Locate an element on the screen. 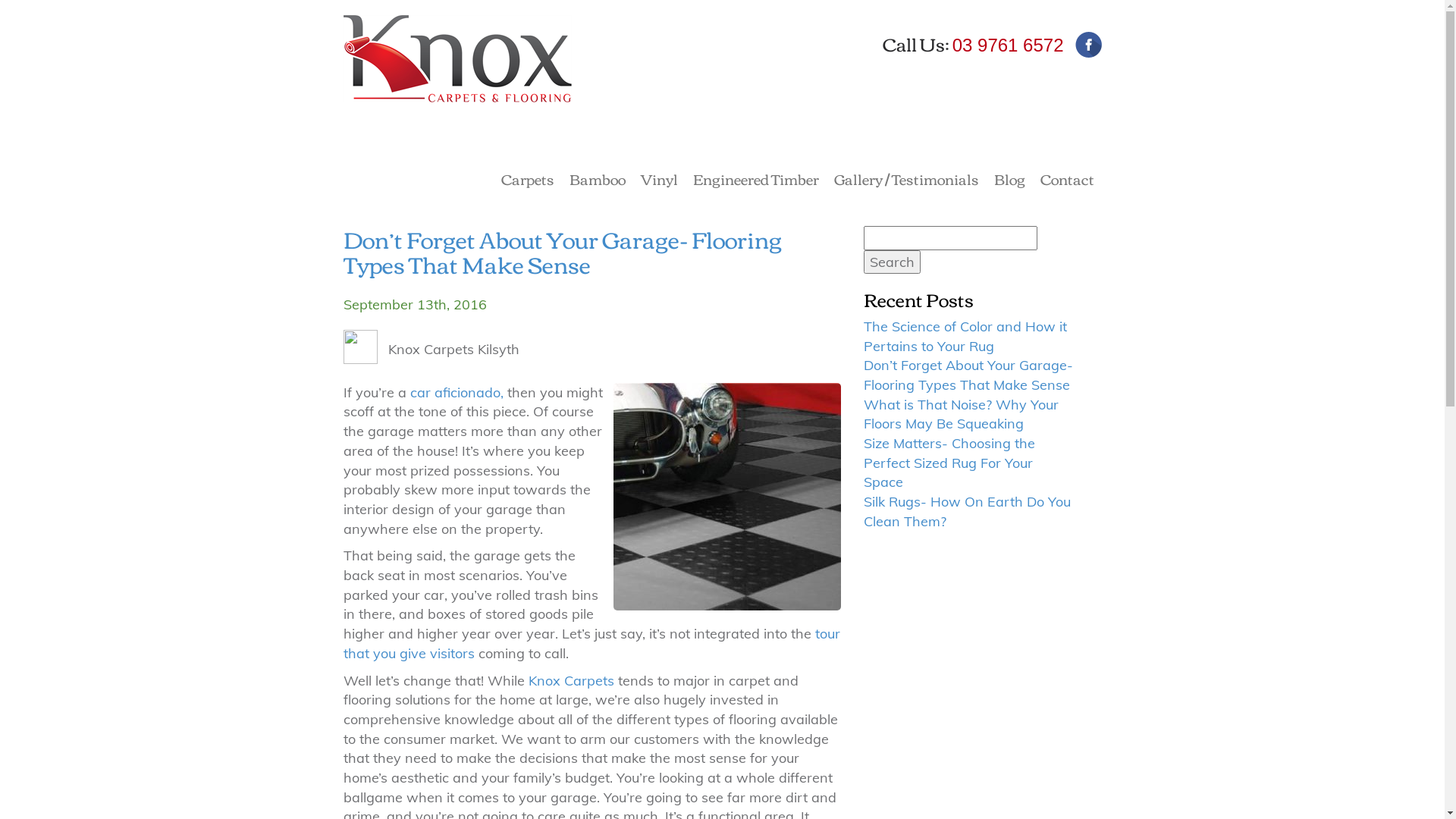 The height and width of the screenshot is (819, 1456). 'car aficionado,' is located at coordinates (455, 391).